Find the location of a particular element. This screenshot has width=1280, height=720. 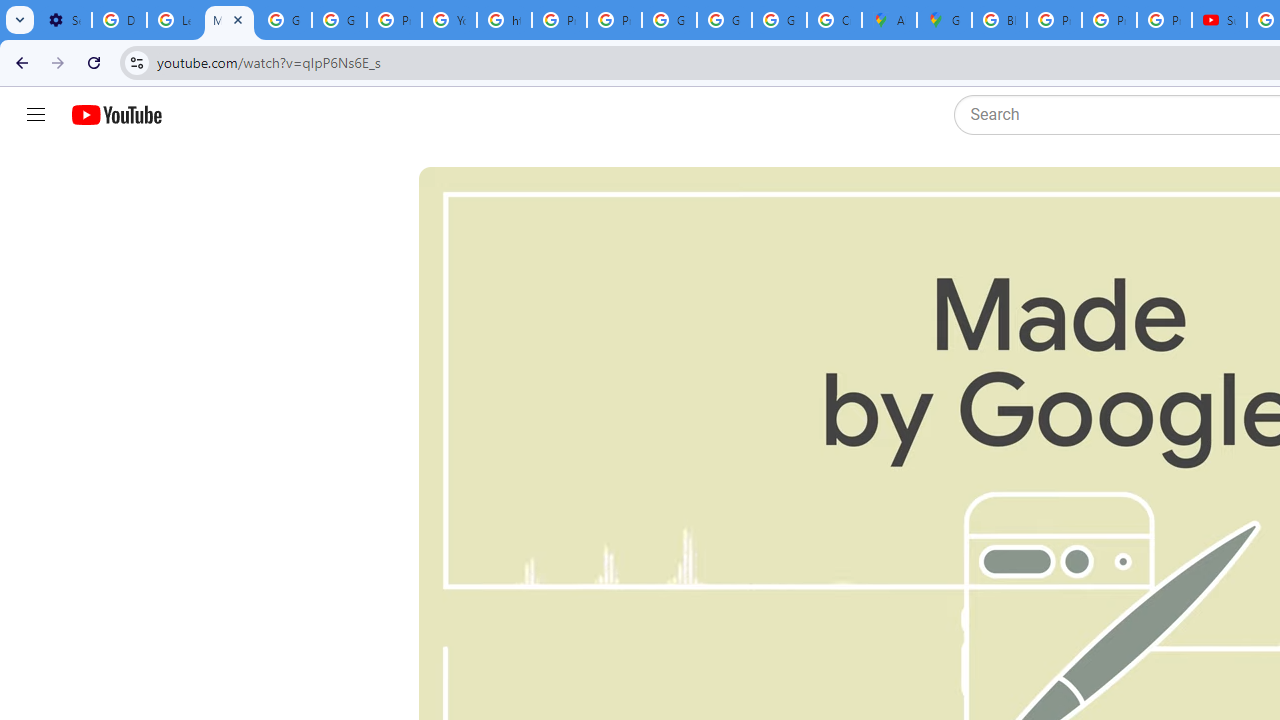

'Settings - Customize profile' is located at coordinates (64, 20).